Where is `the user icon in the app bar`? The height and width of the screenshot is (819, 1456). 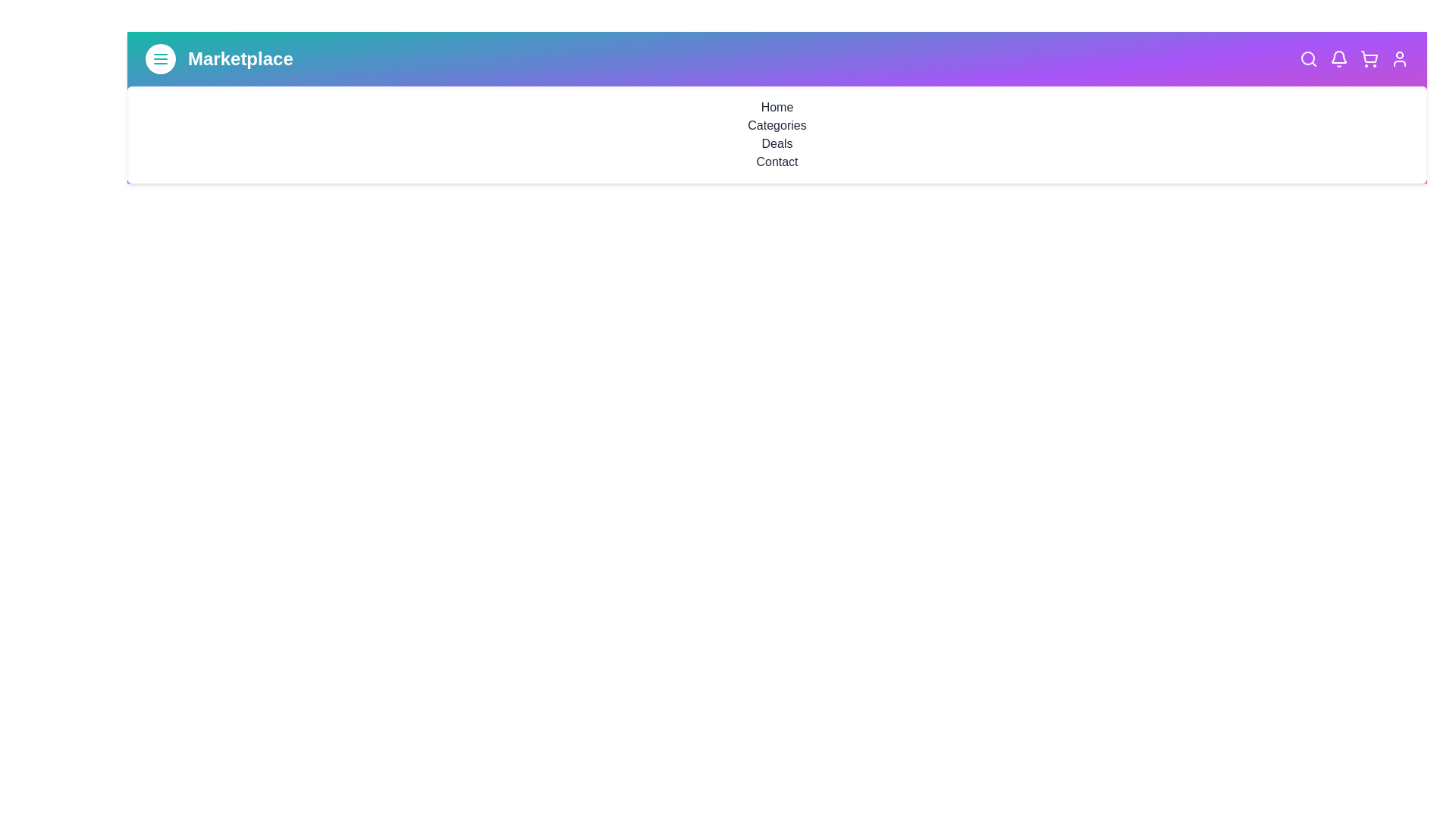
the user icon in the app bar is located at coordinates (1399, 58).